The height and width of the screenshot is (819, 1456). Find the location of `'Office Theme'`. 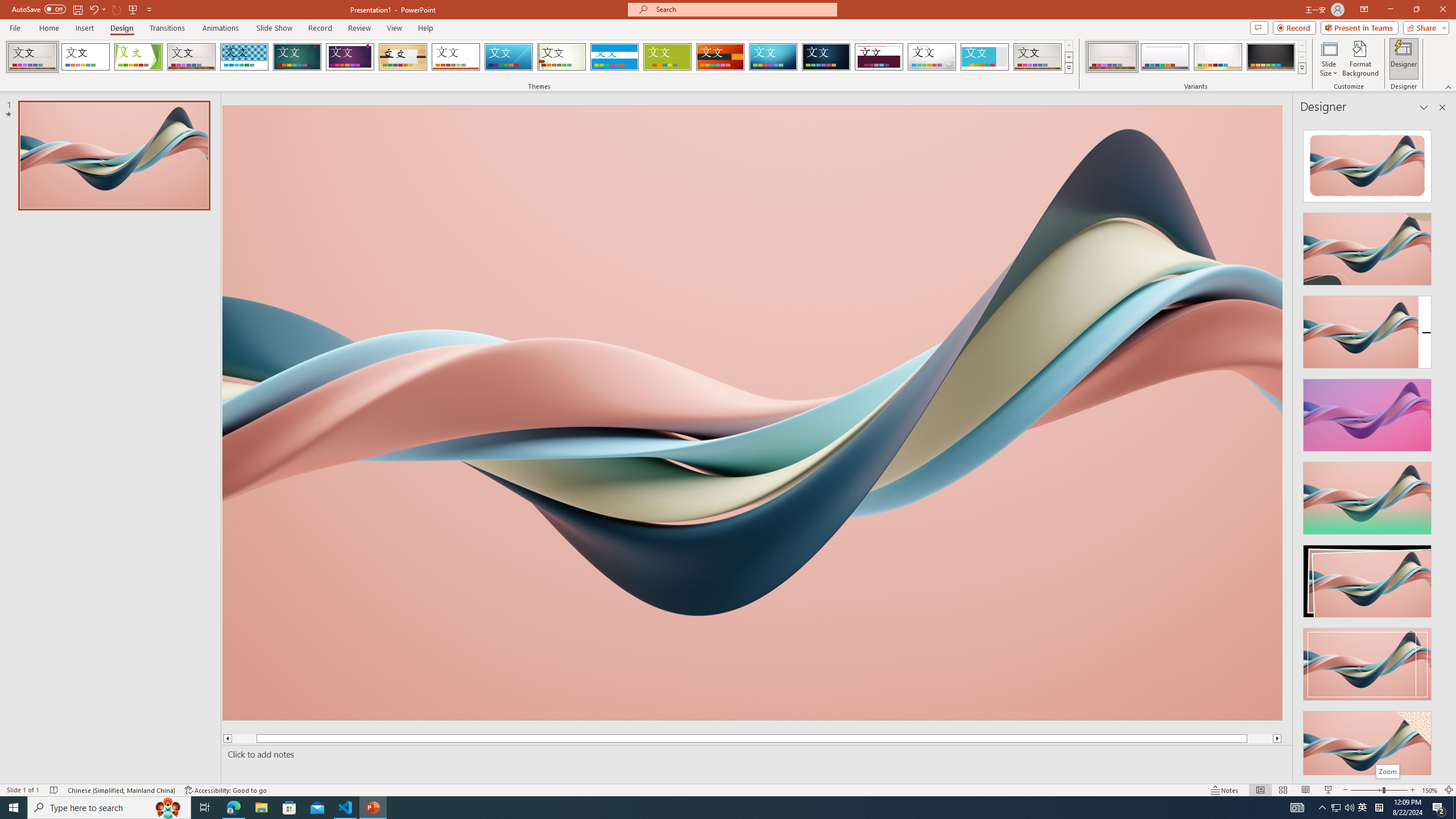

'Office Theme' is located at coordinates (85, 56).